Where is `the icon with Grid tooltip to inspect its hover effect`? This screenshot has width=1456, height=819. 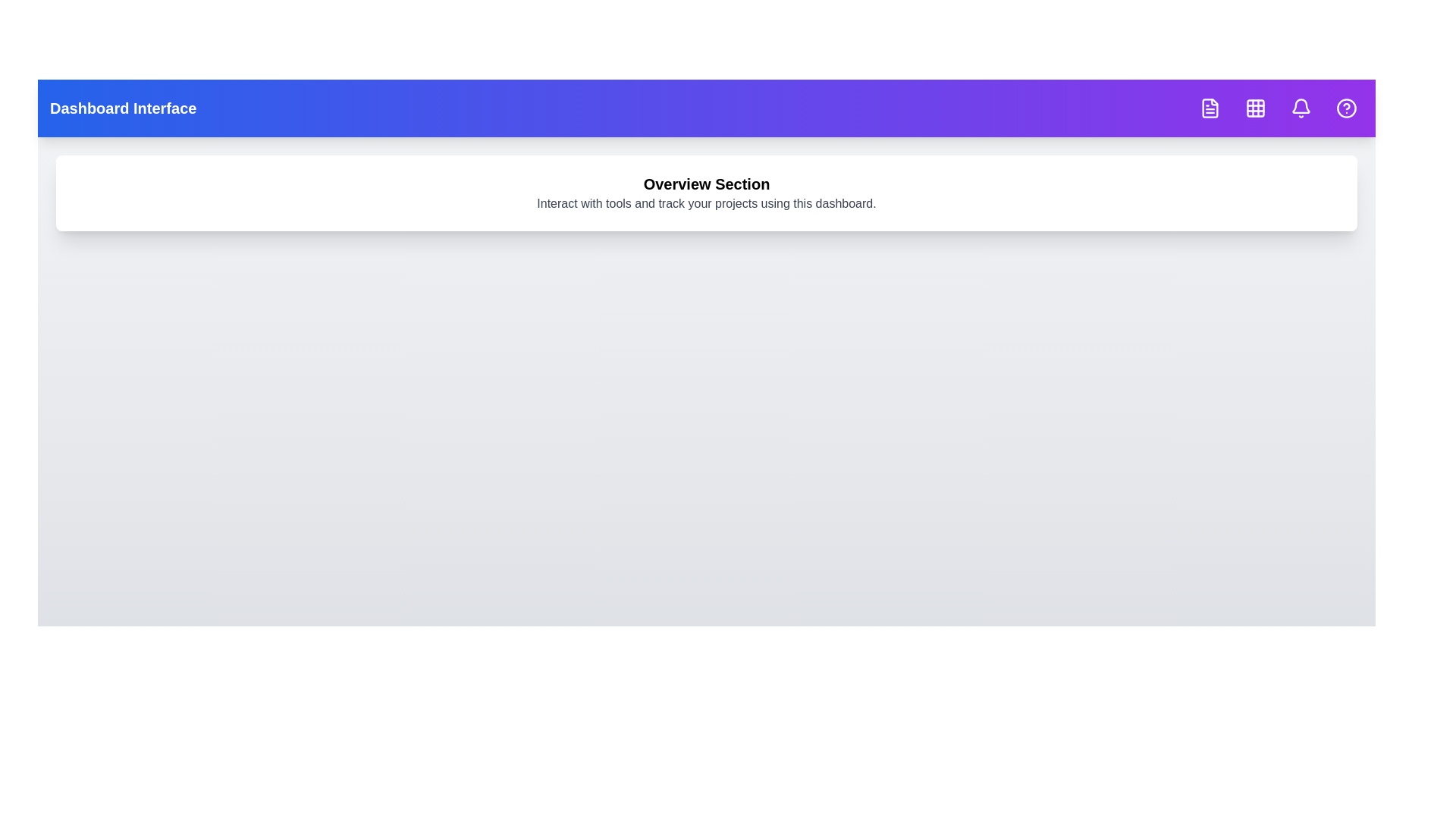 the icon with Grid tooltip to inspect its hover effect is located at coordinates (1256, 107).